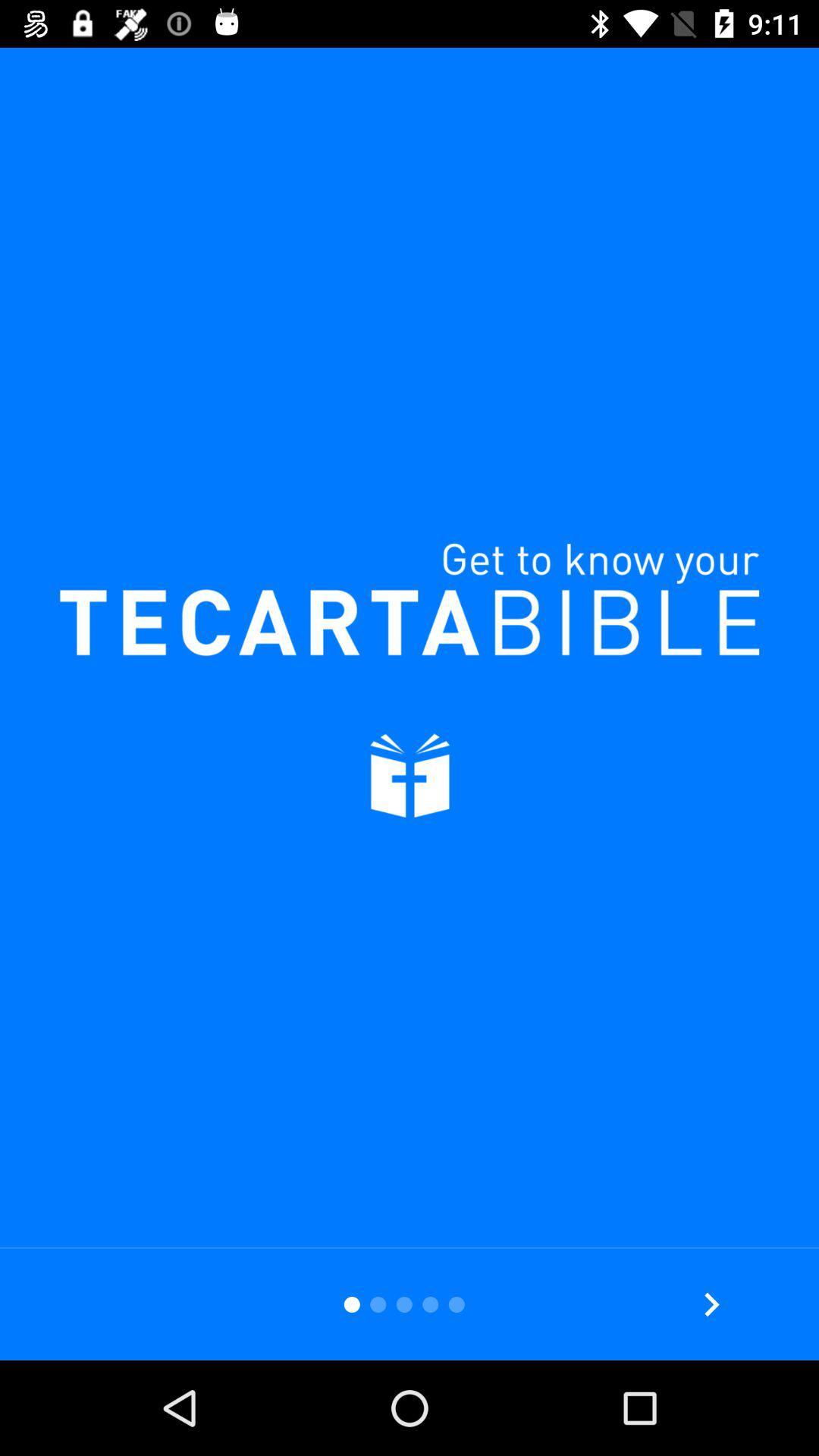 The width and height of the screenshot is (819, 1456). Describe the element at coordinates (711, 1304) in the screenshot. I see `forward` at that location.